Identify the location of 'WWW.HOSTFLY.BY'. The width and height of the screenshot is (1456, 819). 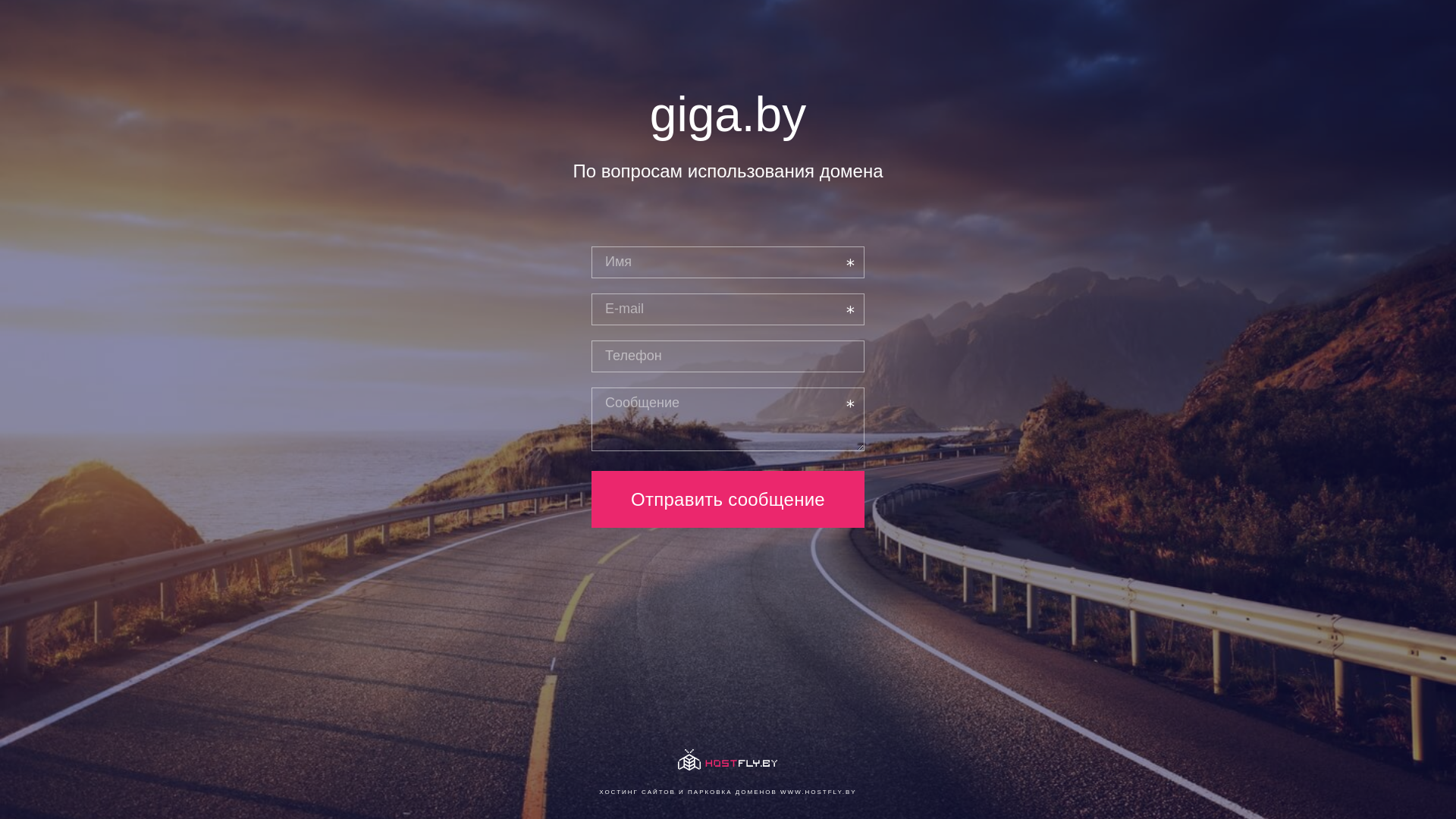
(817, 791).